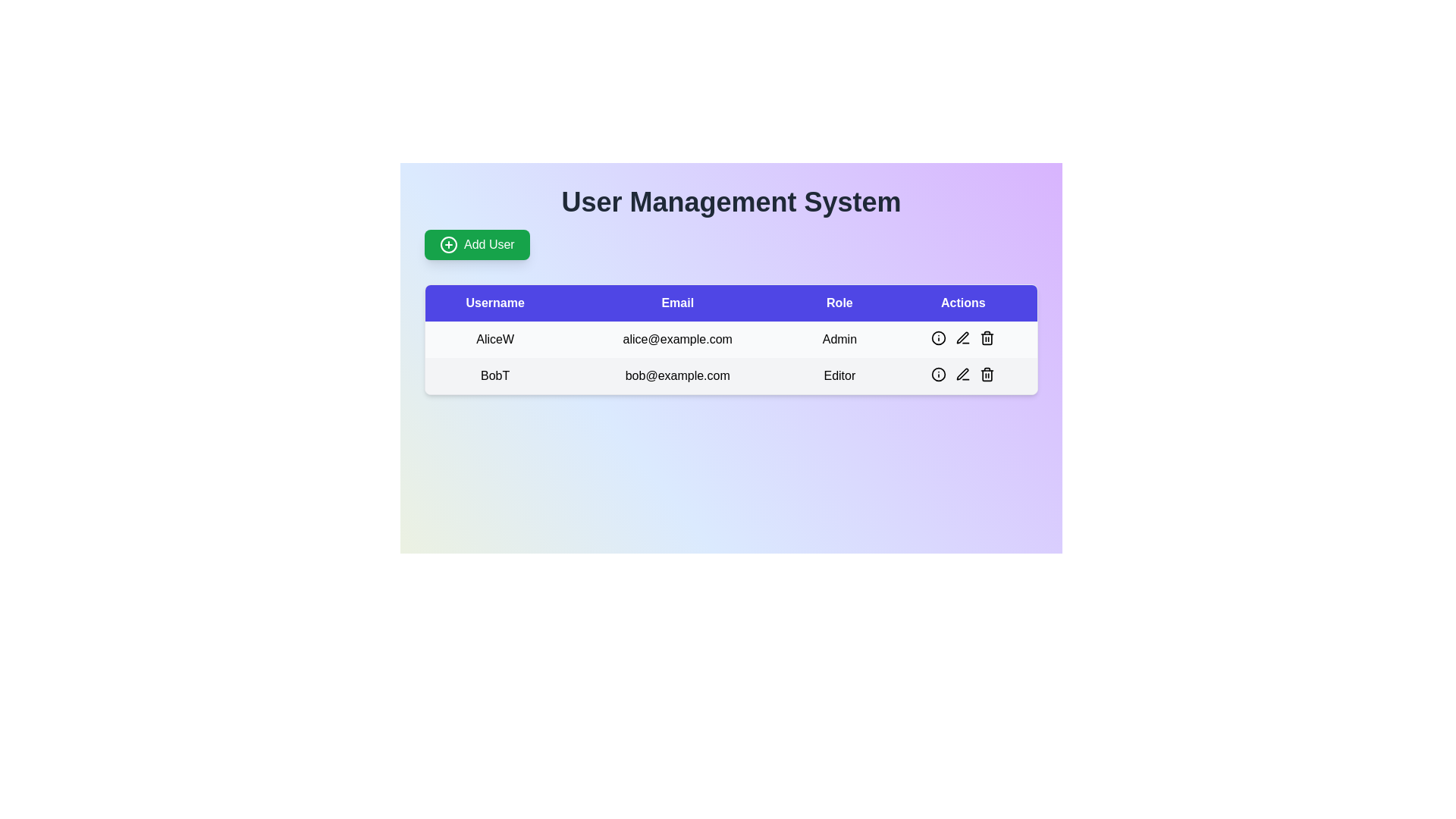 The width and height of the screenshot is (1456, 819). I want to click on a row in the user management table, so click(731, 349).